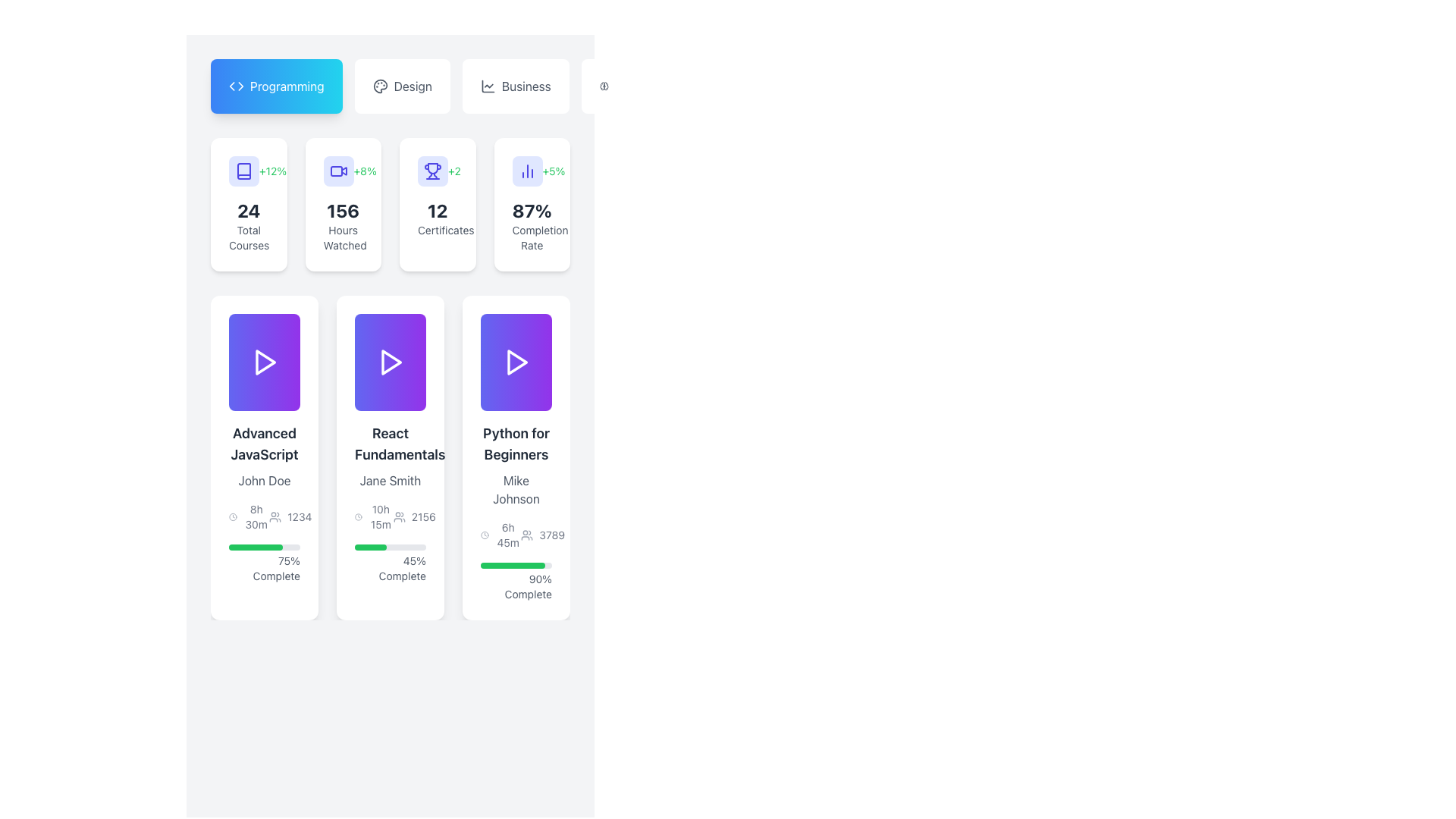 The width and height of the screenshot is (1456, 819). What do you see at coordinates (232, 516) in the screenshot?
I see `properties of the minimalist clock icon located in the lower portion of the first course information card, adjacent to the text '8h 30m'` at bounding box center [232, 516].